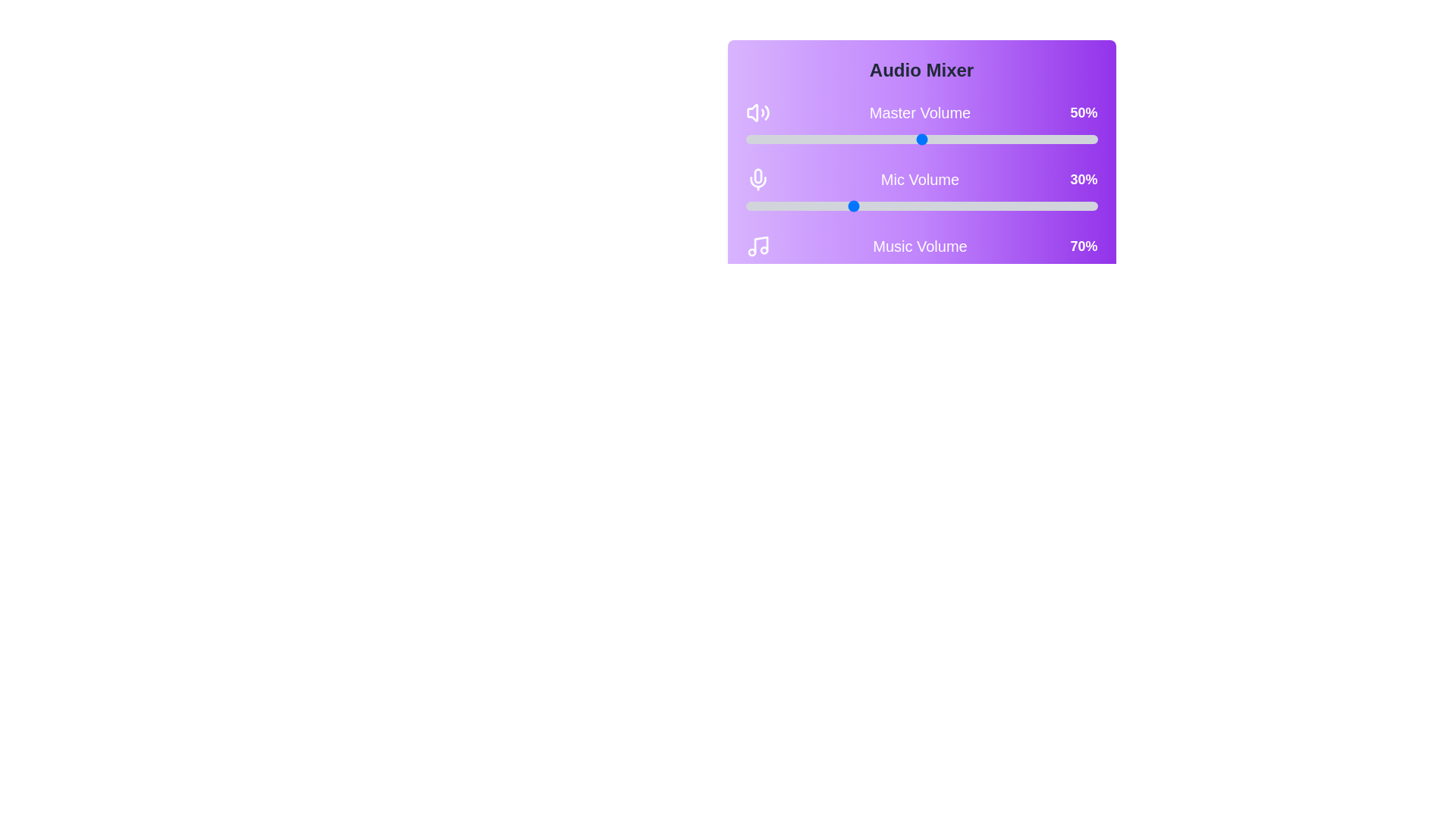 The width and height of the screenshot is (1456, 819). I want to click on the microphone volume, so click(1027, 206).